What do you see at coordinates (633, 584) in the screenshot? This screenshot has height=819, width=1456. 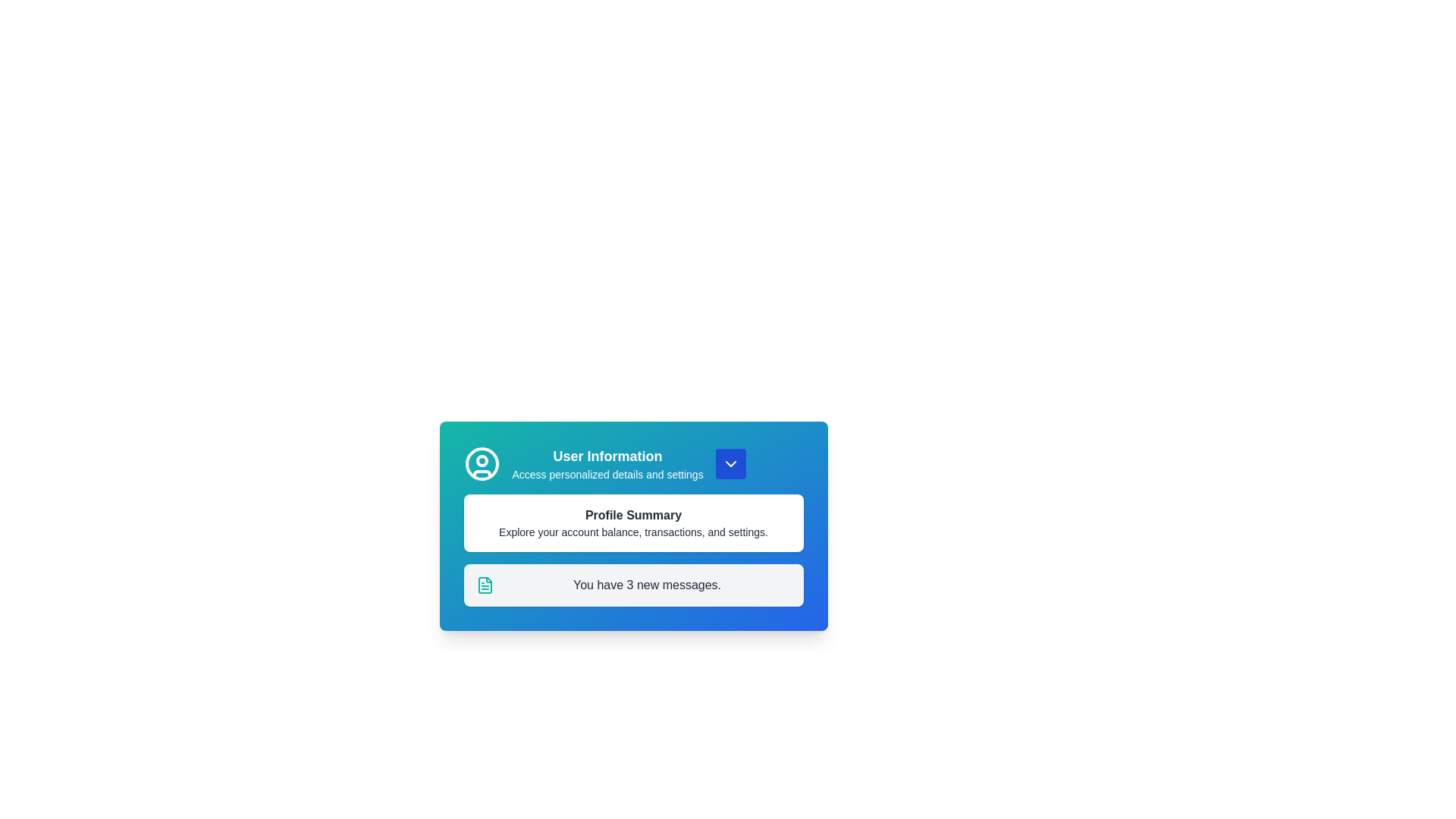 I see `the Notification box that displays 'You have 3 new messages.' located below 'Profile Summary'` at bounding box center [633, 584].